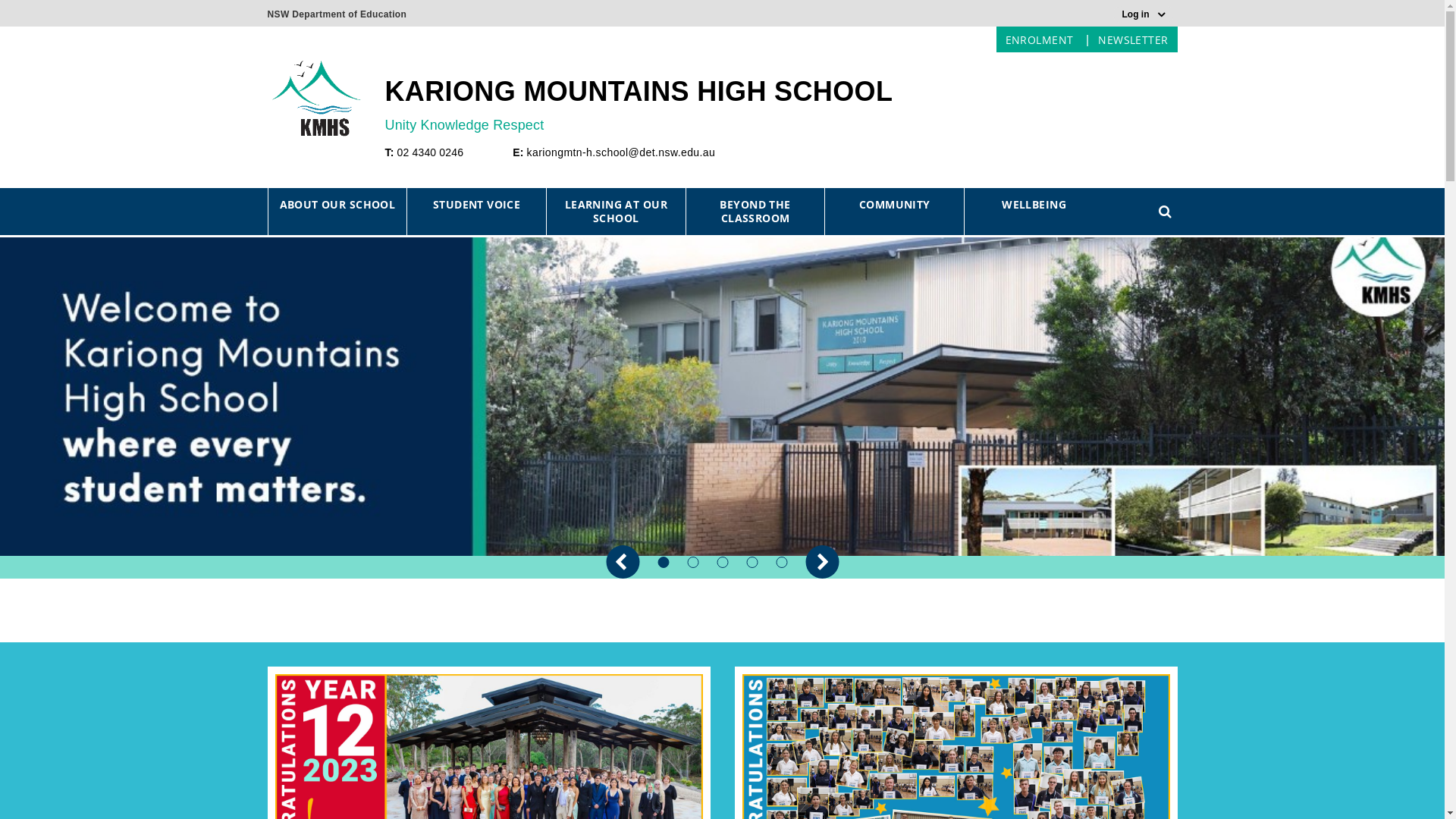 This screenshot has width=1456, height=819. I want to click on 'kariongmtn-h.school@det.nsw.edu.au', so click(621, 152).